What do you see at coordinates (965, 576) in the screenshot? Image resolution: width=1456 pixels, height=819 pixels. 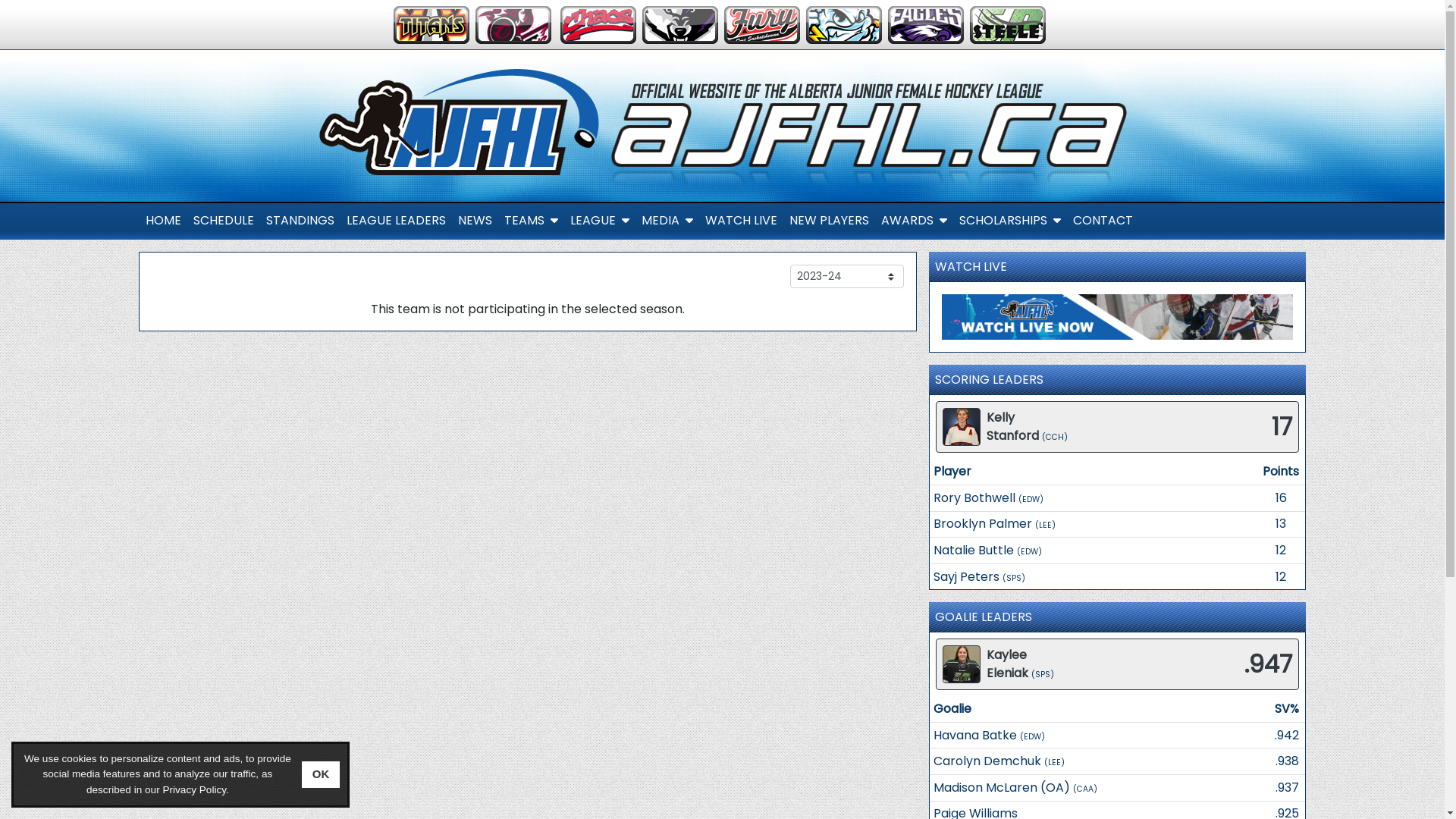 I see `'Sayj Peters'` at bounding box center [965, 576].